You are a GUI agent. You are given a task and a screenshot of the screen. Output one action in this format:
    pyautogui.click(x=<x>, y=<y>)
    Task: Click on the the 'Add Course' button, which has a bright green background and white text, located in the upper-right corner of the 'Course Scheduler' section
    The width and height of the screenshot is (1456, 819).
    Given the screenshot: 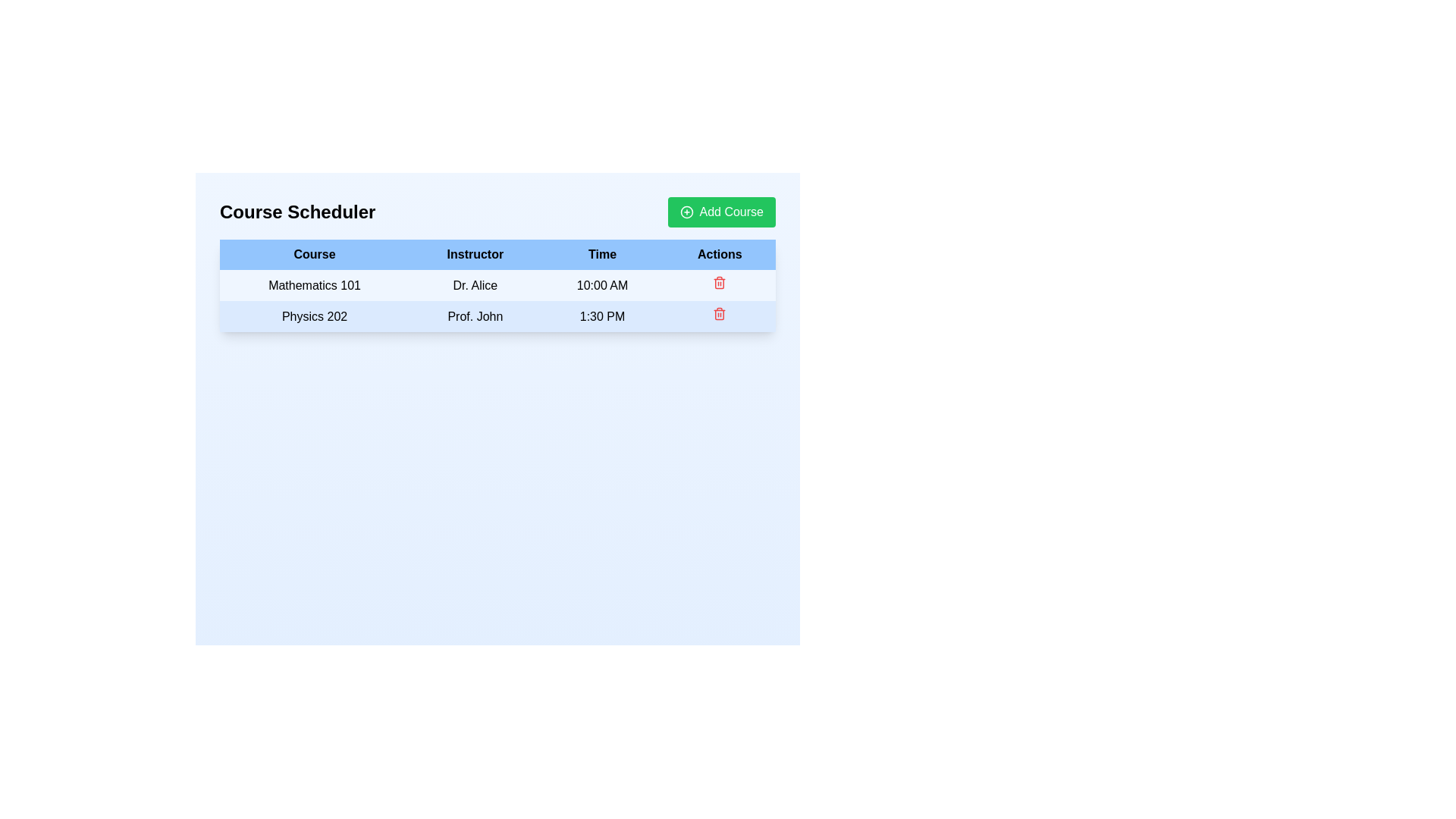 What is the action you would take?
    pyautogui.click(x=720, y=212)
    